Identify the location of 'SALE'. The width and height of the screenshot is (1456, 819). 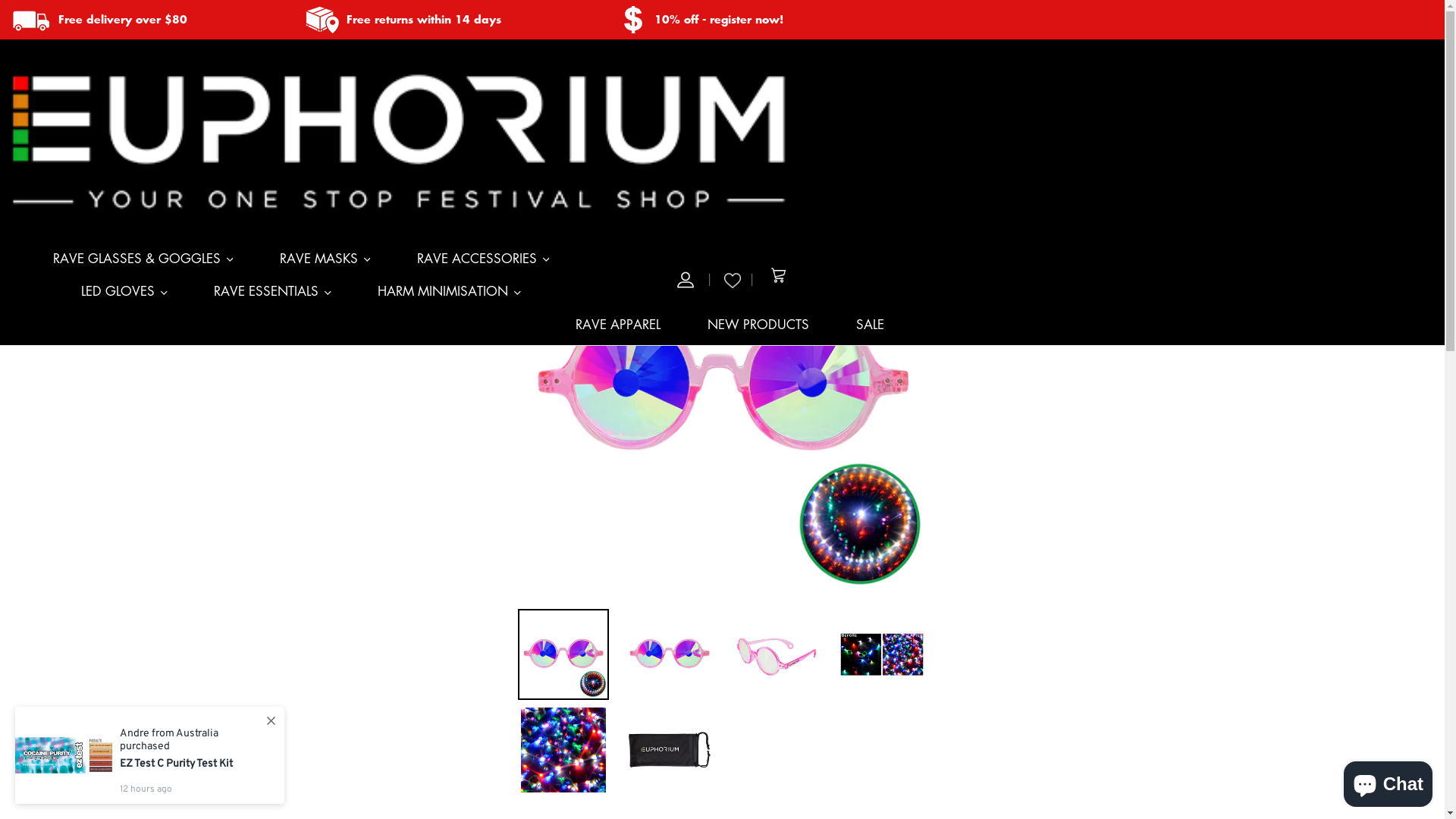
(870, 328).